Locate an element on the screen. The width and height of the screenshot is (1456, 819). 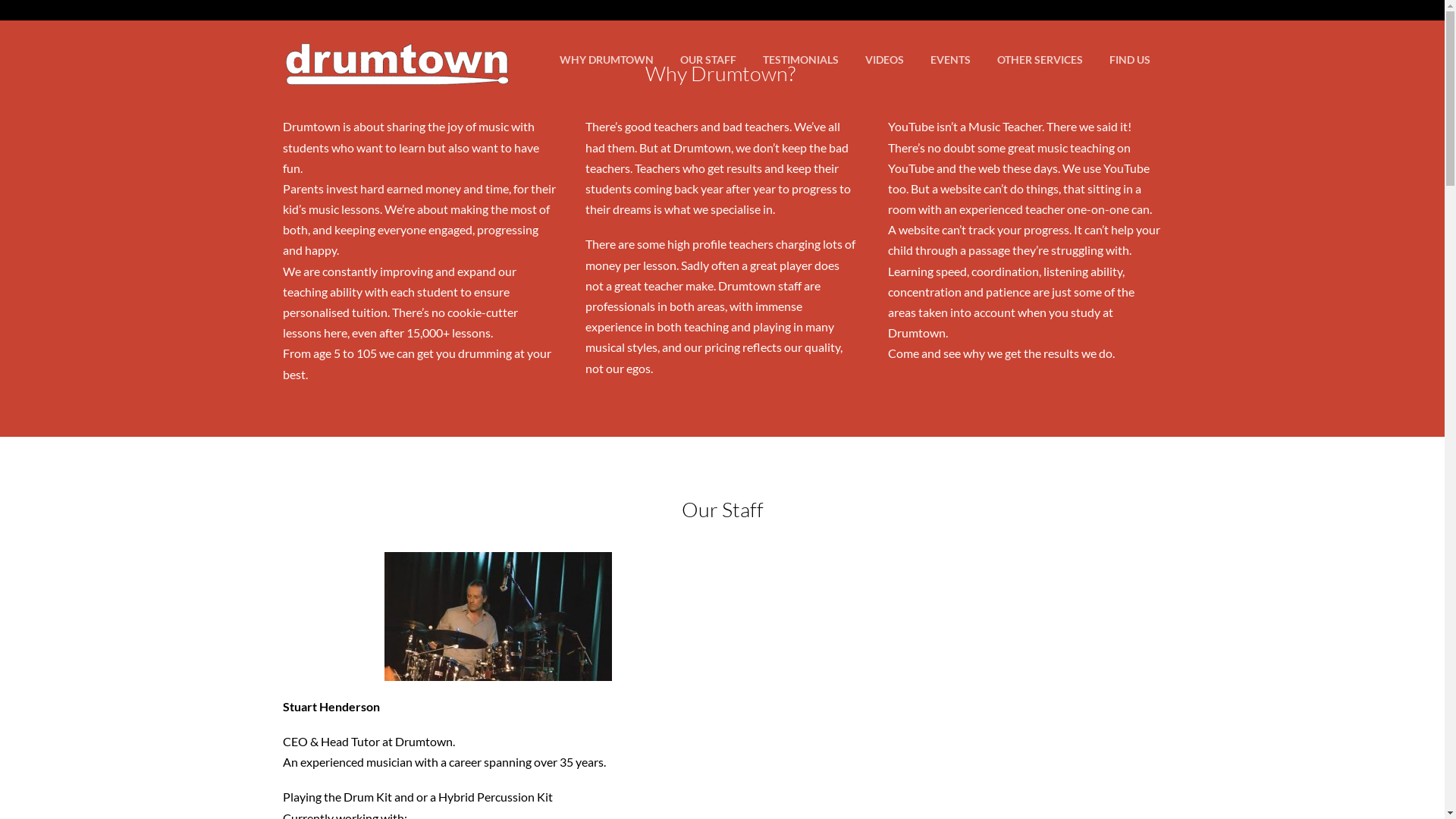
'VIDEOS' is located at coordinates (852, 59).